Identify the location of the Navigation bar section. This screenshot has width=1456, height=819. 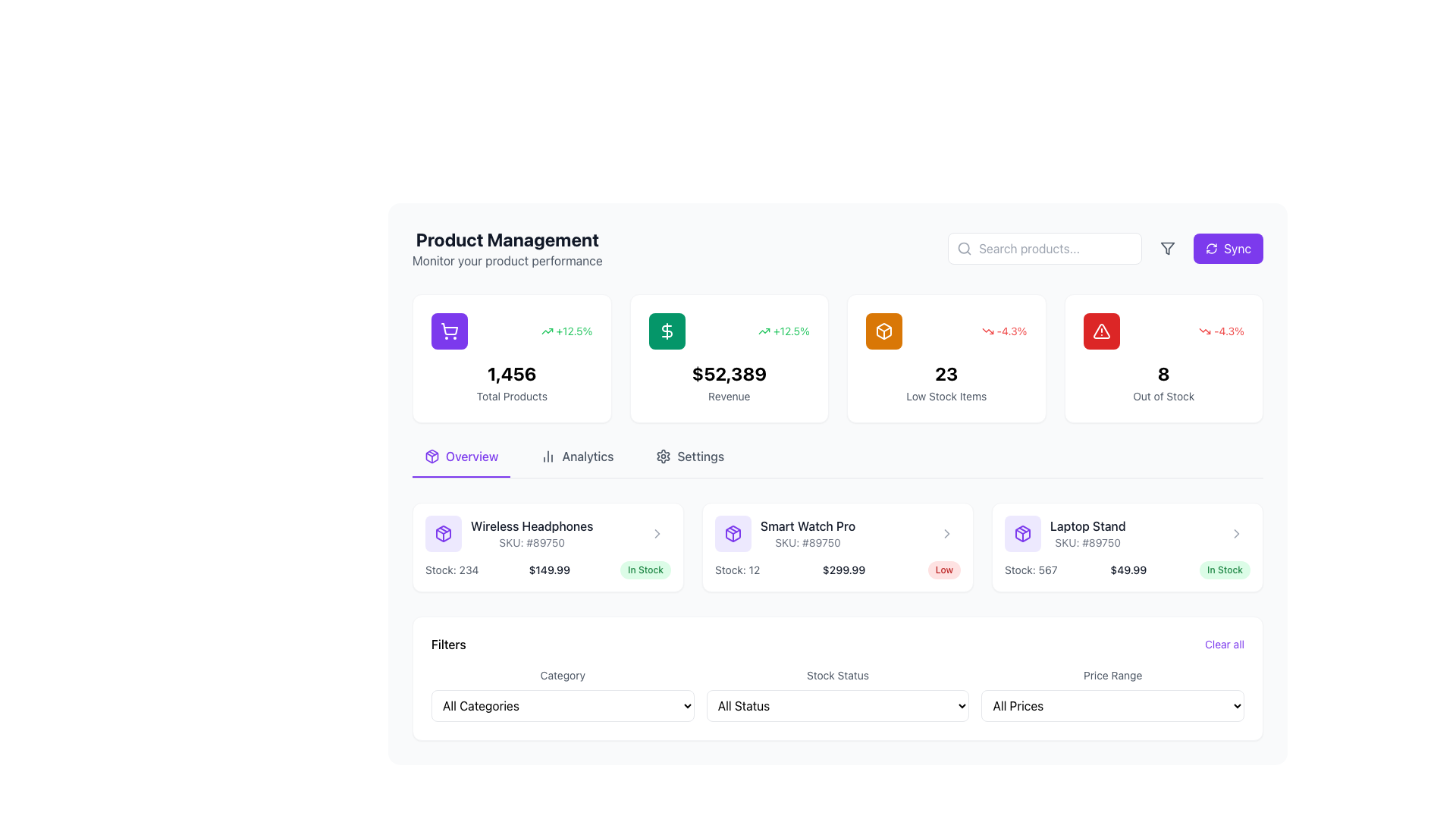
(836, 461).